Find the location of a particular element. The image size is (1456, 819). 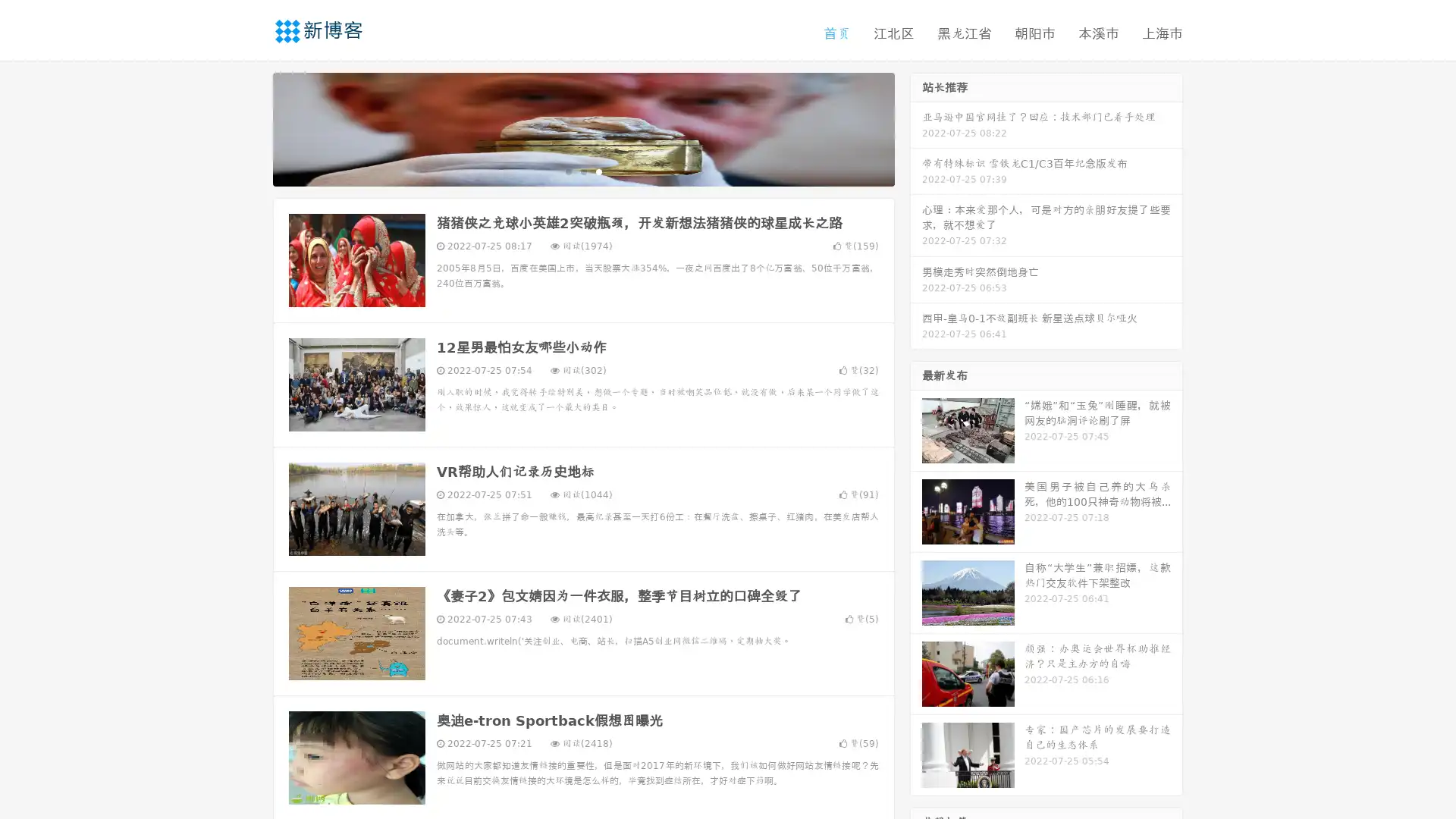

Previous slide is located at coordinates (250, 127).